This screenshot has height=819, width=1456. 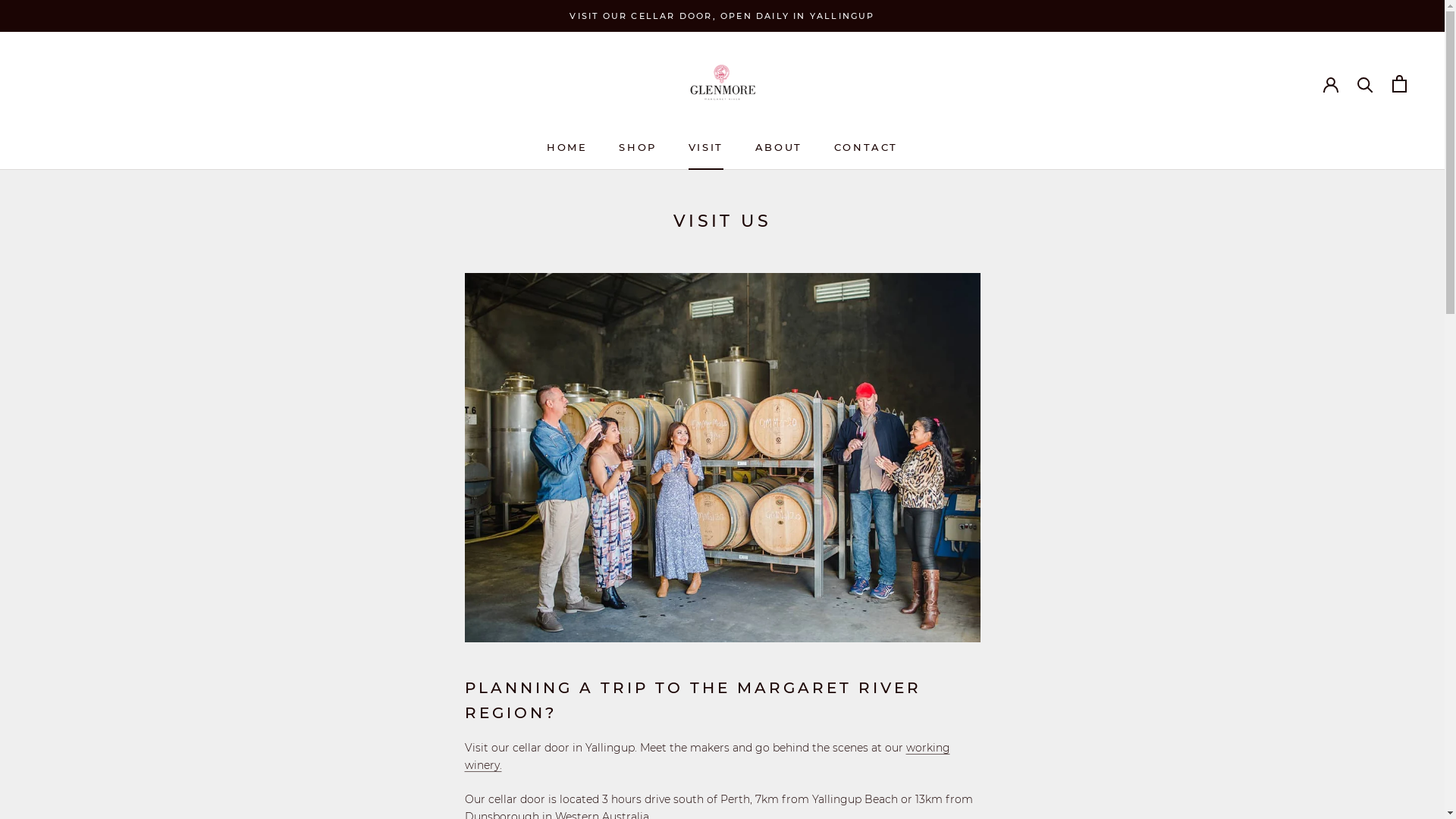 I want to click on 'HOME, so click(x=566, y=146).